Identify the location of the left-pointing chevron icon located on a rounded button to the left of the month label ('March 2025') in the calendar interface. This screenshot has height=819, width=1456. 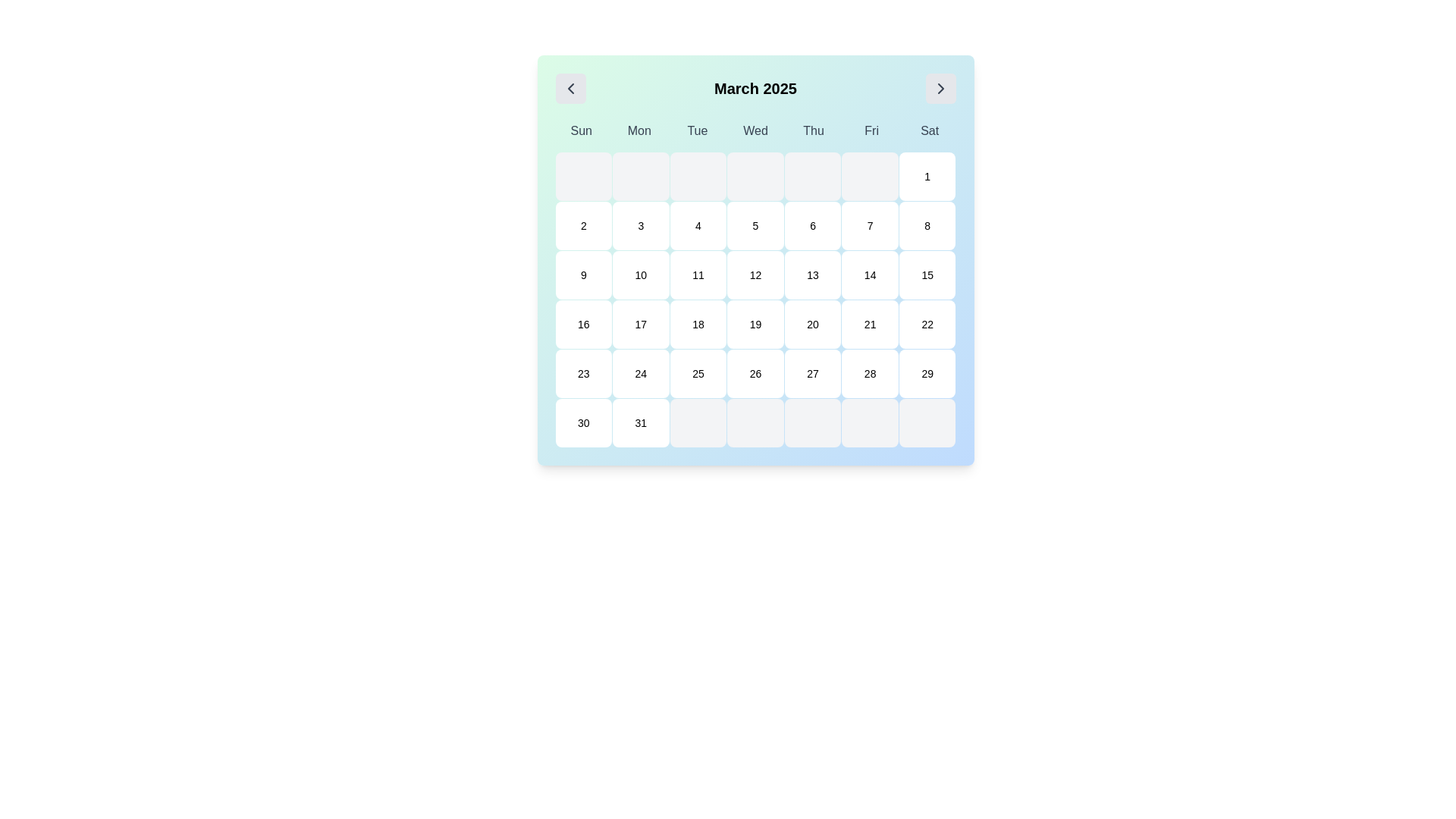
(570, 88).